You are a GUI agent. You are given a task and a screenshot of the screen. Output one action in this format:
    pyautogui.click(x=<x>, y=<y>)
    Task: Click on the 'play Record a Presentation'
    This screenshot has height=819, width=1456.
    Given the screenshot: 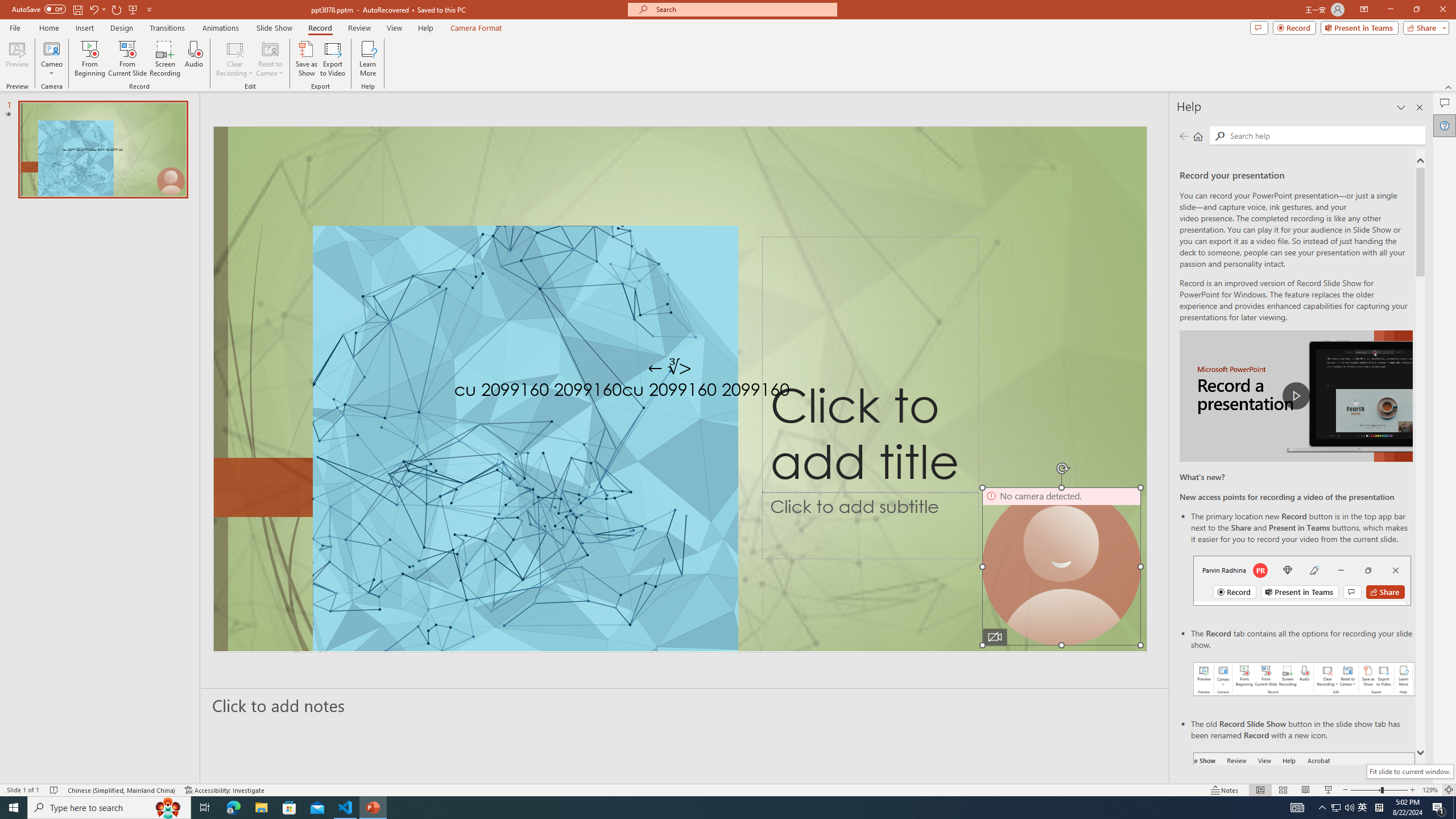 What is the action you would take?
    pyautogui.click(x=1296, y=396)
    